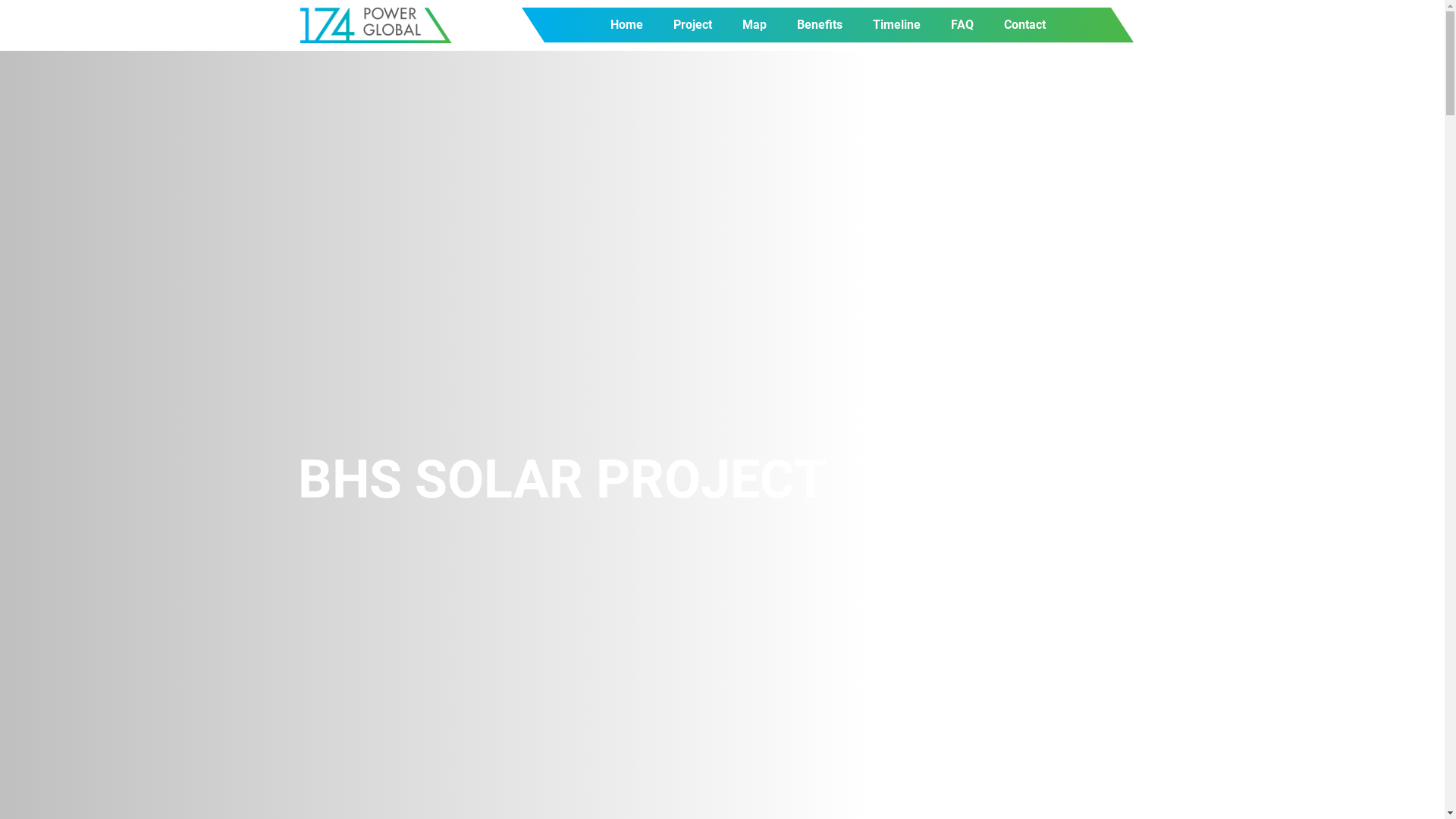  I want to click on 'Contact', so click(1025, 25).